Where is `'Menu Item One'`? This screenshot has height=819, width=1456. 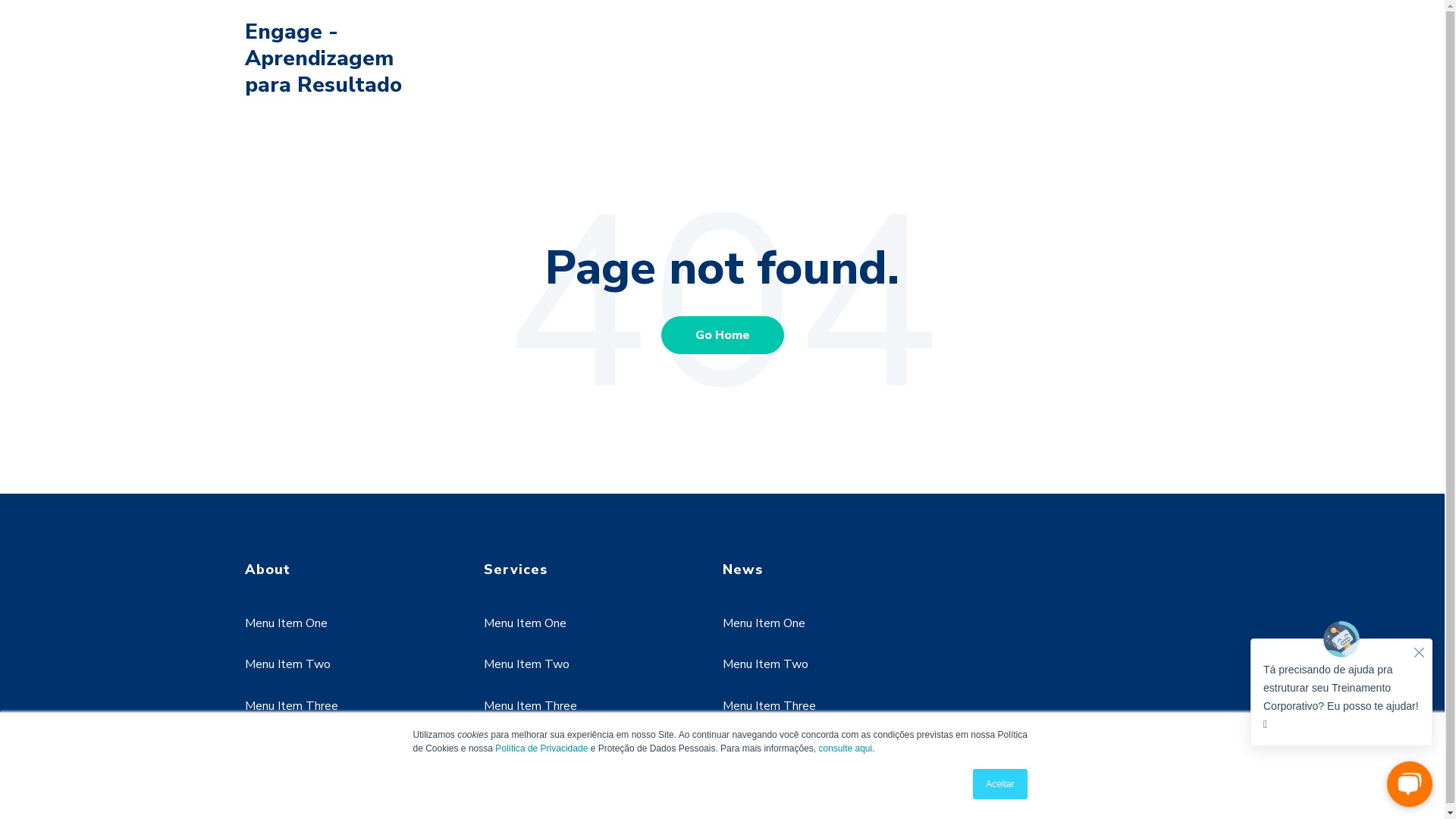 'Menu Item One' is located at coordinates (525, 623).